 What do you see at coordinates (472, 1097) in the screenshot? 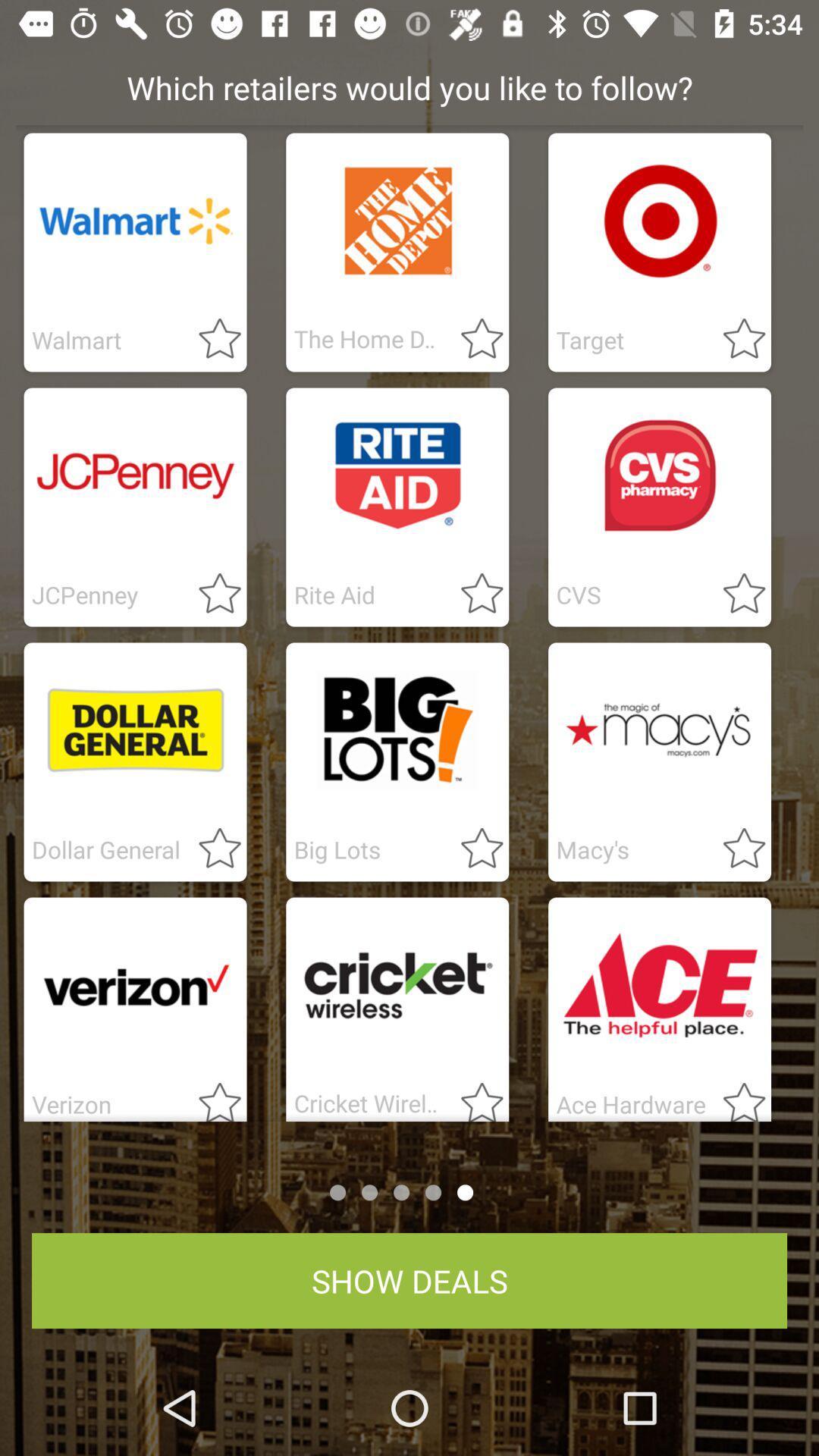
I see `follow a retailer` at bounding box center [472, 1097].